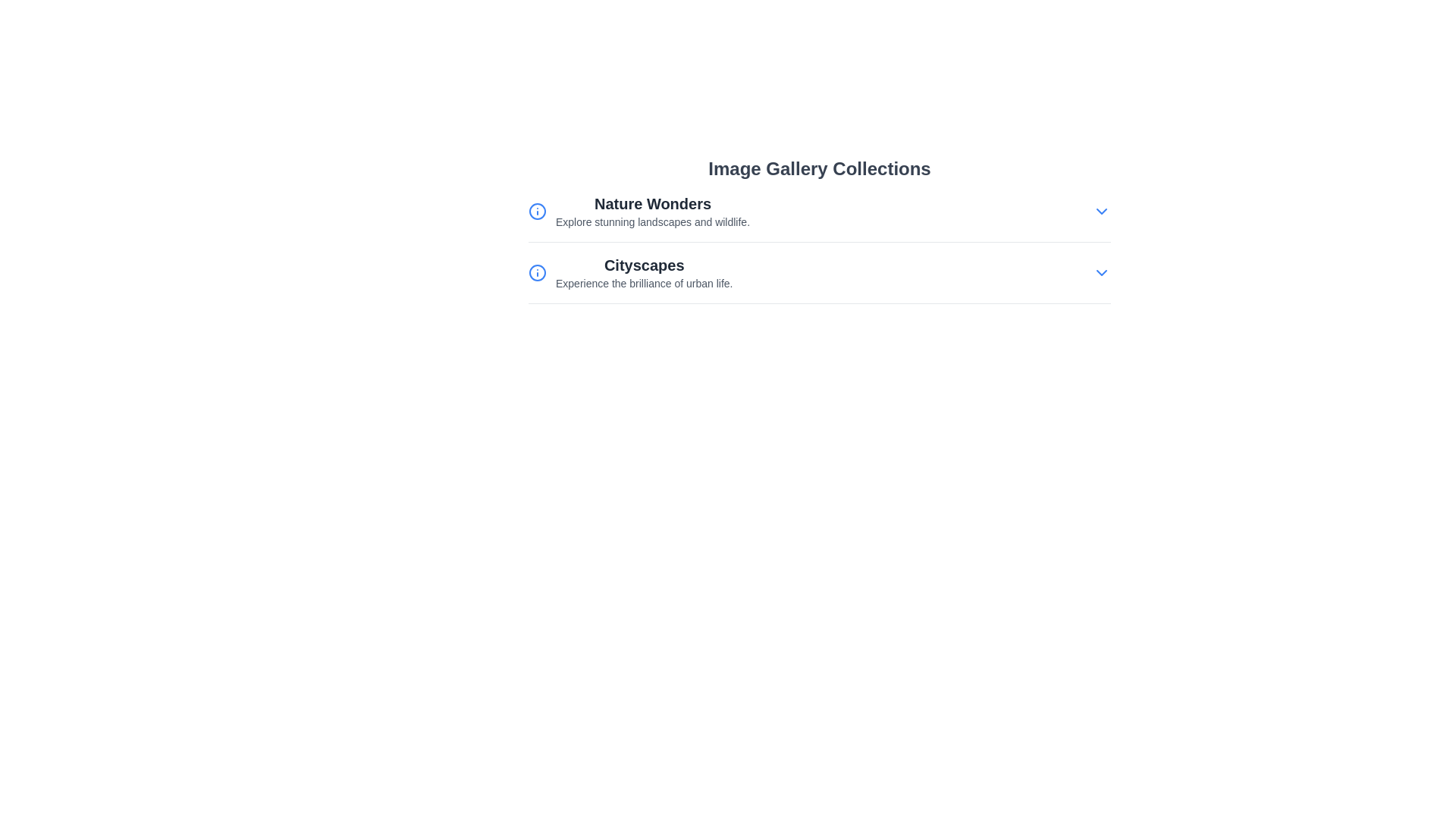 Image resolution: width=1456 pixels, height=819 pixels. I want to click on the bold and prominent text header displaying 'Cityscapes', which is styled with a larger font size and dark gray color, positioned at the top of its section and above a smaller descriptive text, so click(644, 265).